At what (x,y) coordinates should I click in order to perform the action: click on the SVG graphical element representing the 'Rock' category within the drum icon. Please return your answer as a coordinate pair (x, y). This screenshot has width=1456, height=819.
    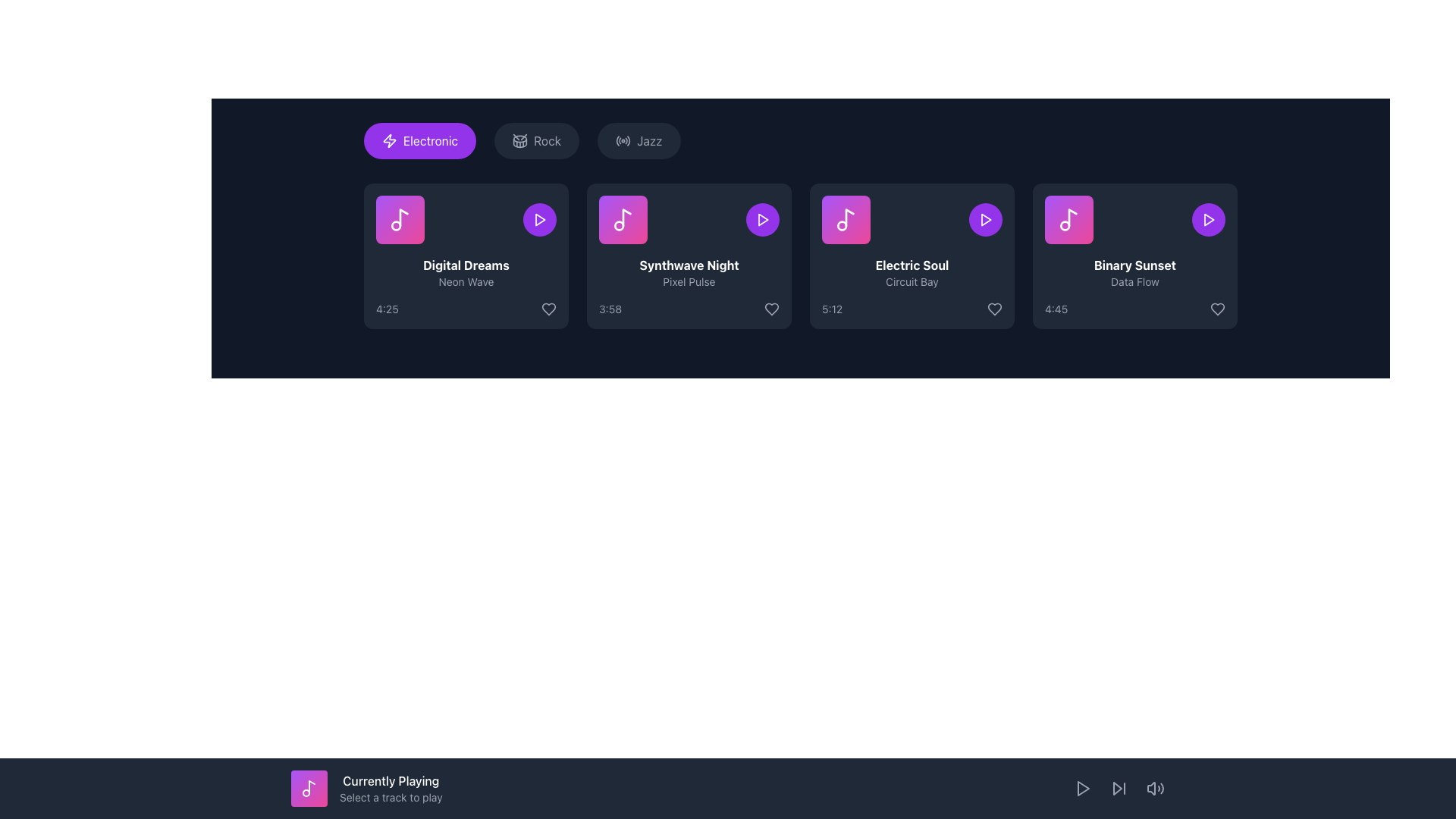
    Looking at the image, I should click on (520, 139).